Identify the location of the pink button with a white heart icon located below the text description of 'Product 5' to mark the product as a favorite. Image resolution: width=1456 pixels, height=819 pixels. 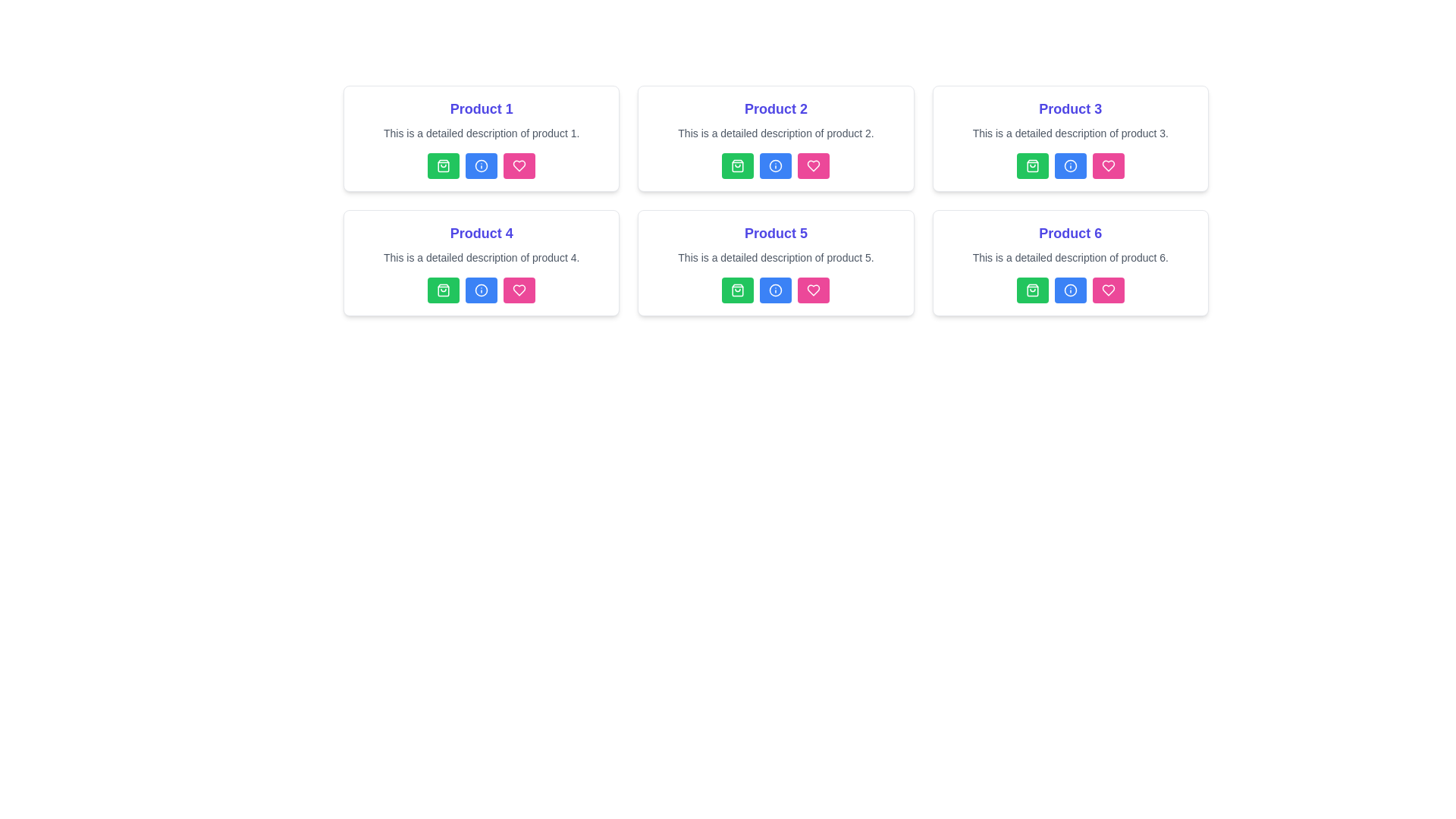
(813, 290).